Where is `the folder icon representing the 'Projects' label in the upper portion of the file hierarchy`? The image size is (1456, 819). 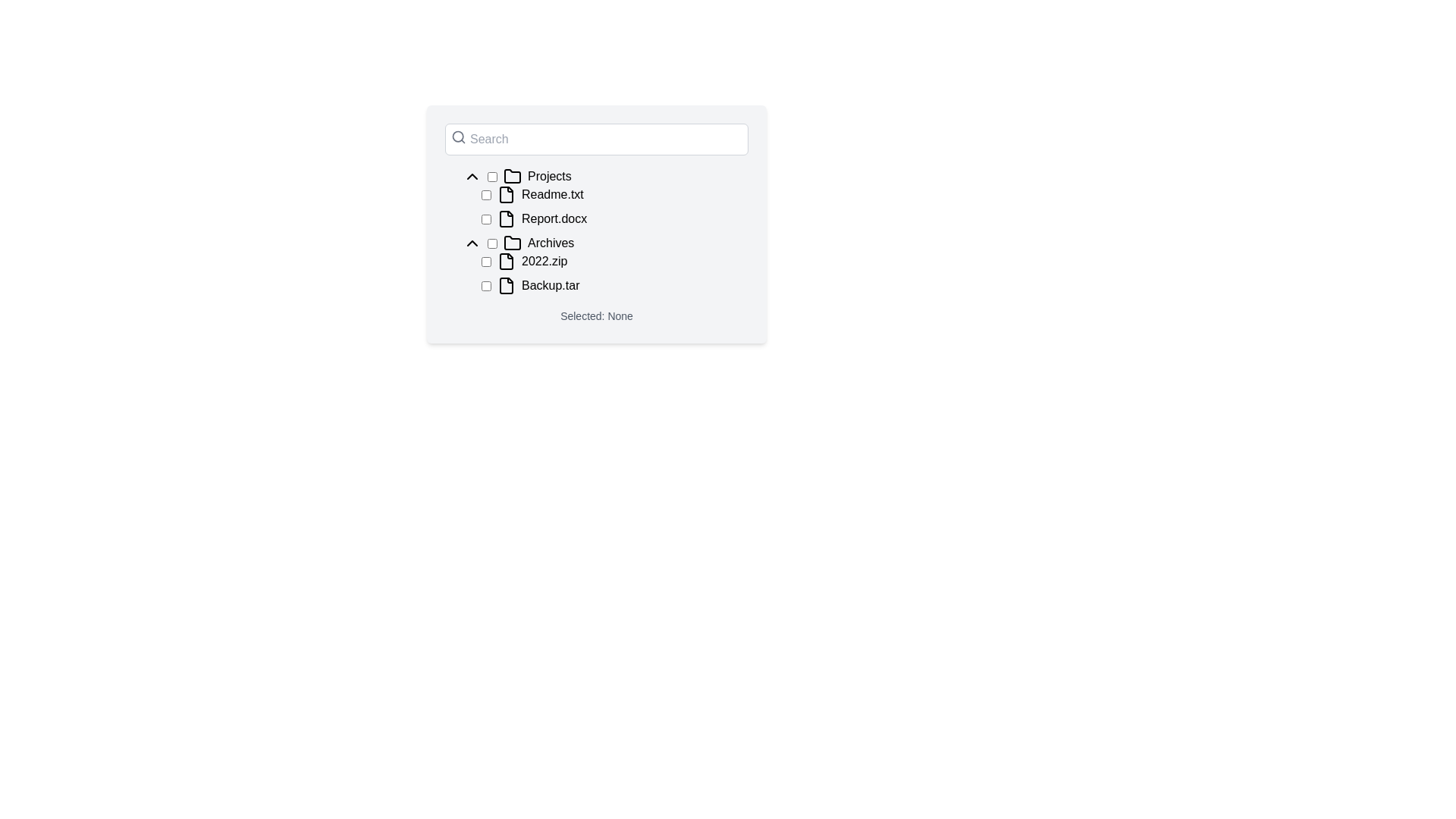
the folder icon representing the 'Projects' label in the upper portion of the file hierarchy is located at coordinates (513, 175).